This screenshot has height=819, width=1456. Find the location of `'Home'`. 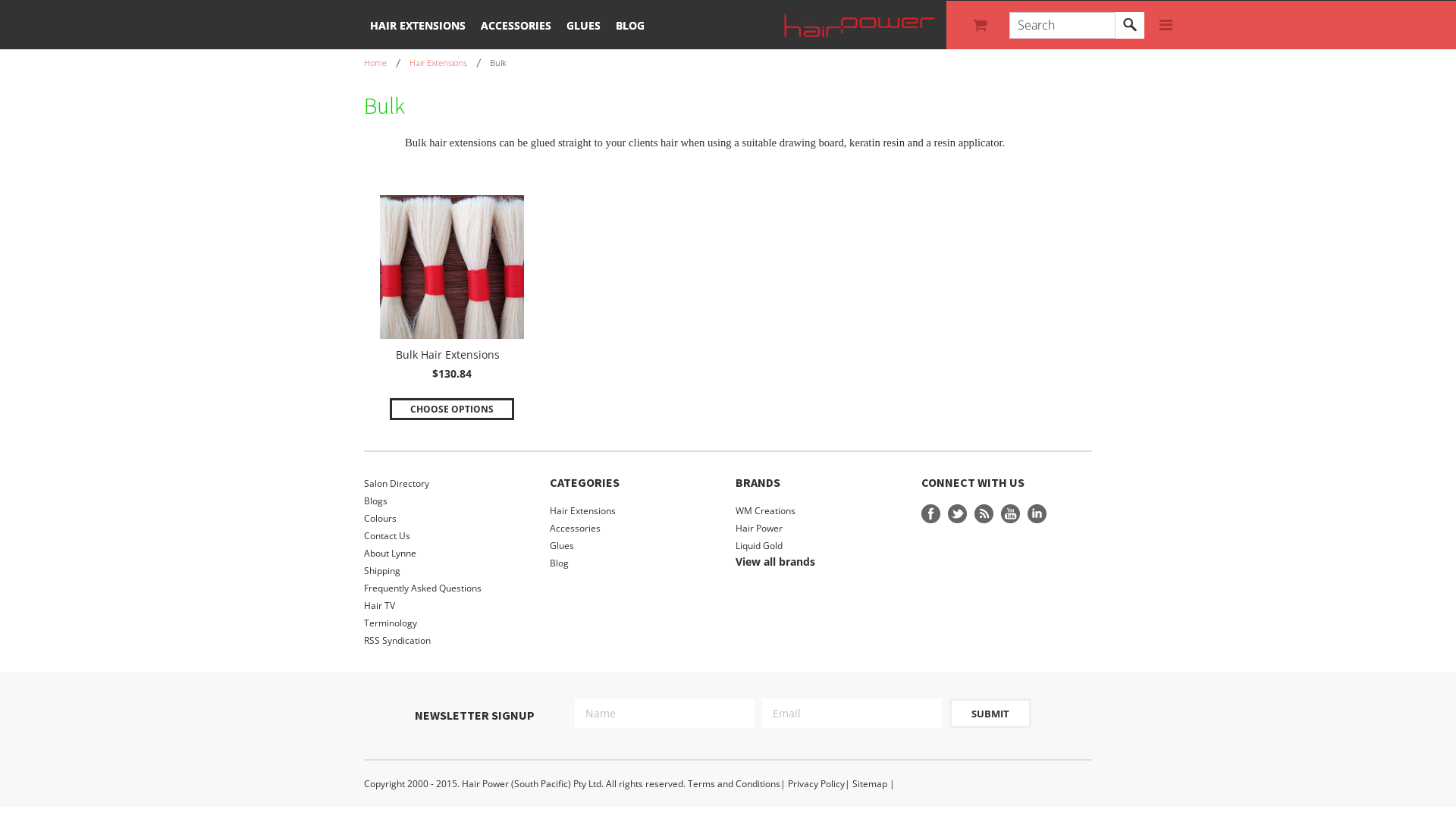

'Home' is located at coordinates (382, 61).